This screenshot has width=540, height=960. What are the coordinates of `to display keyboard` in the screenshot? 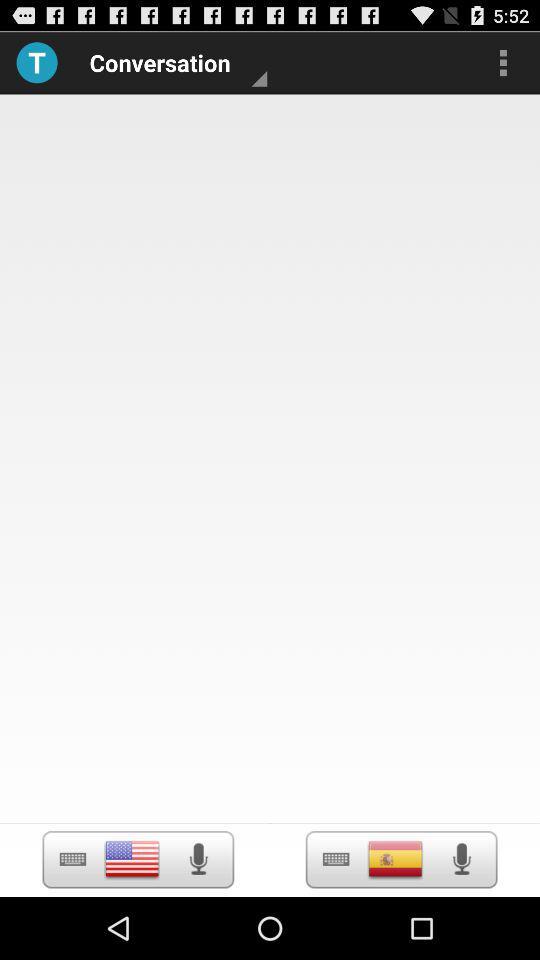 It's located at (71, 858).